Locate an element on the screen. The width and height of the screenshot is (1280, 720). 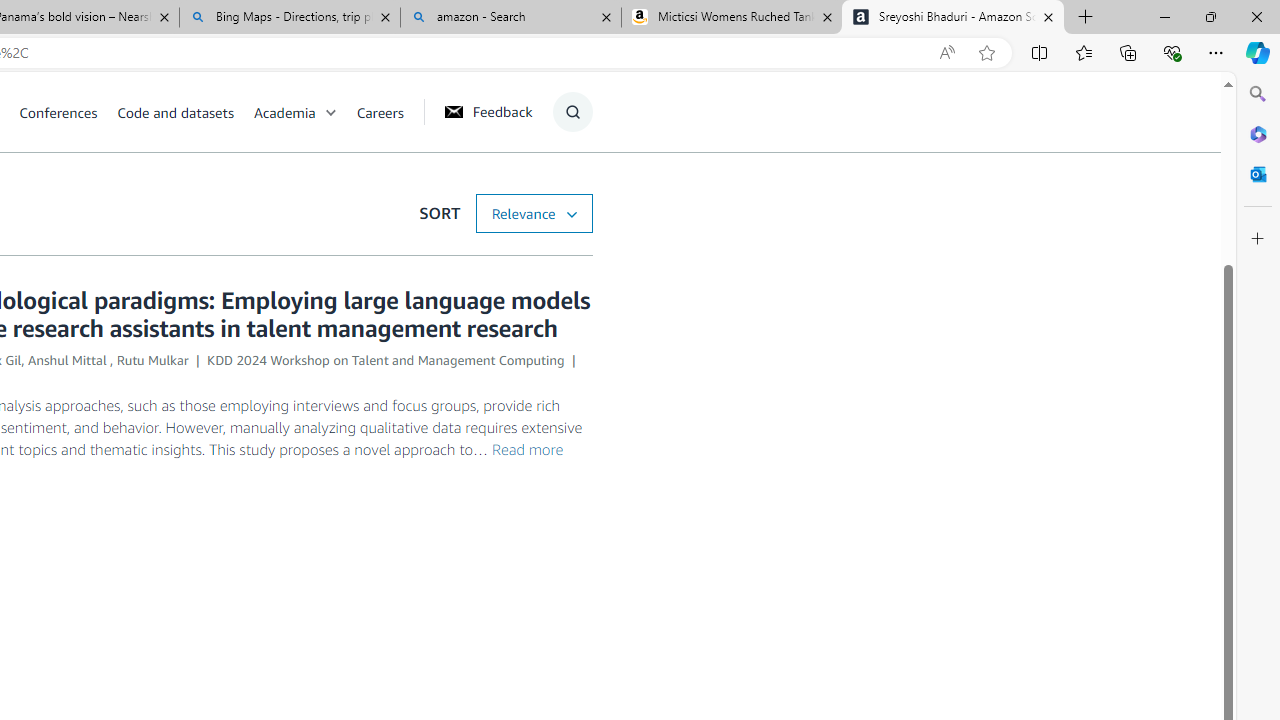
'Show Search Form' is located at coordinates (571, 111).